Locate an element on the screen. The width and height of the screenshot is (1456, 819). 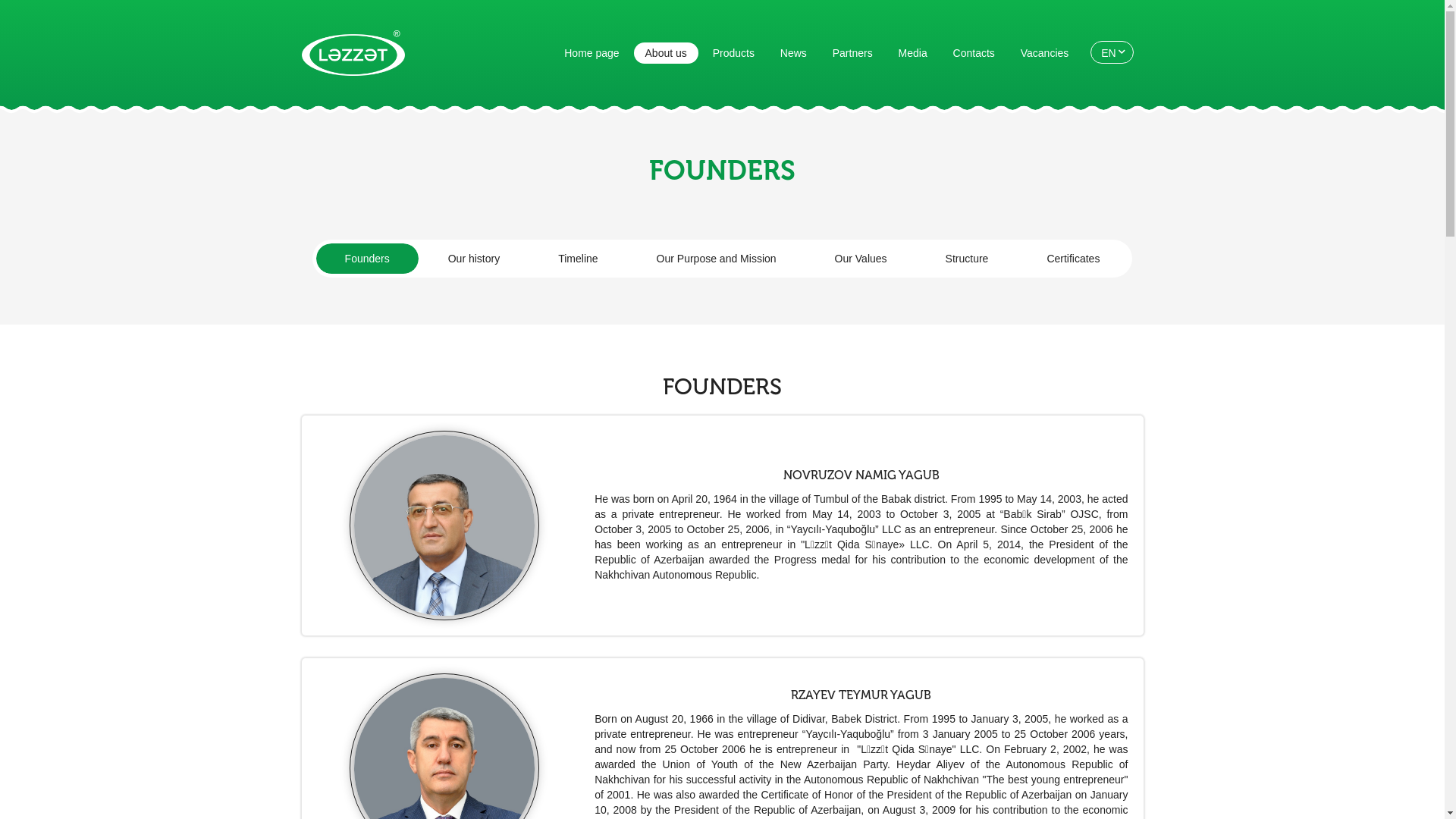
'News' is located at coordinates (768, 52).